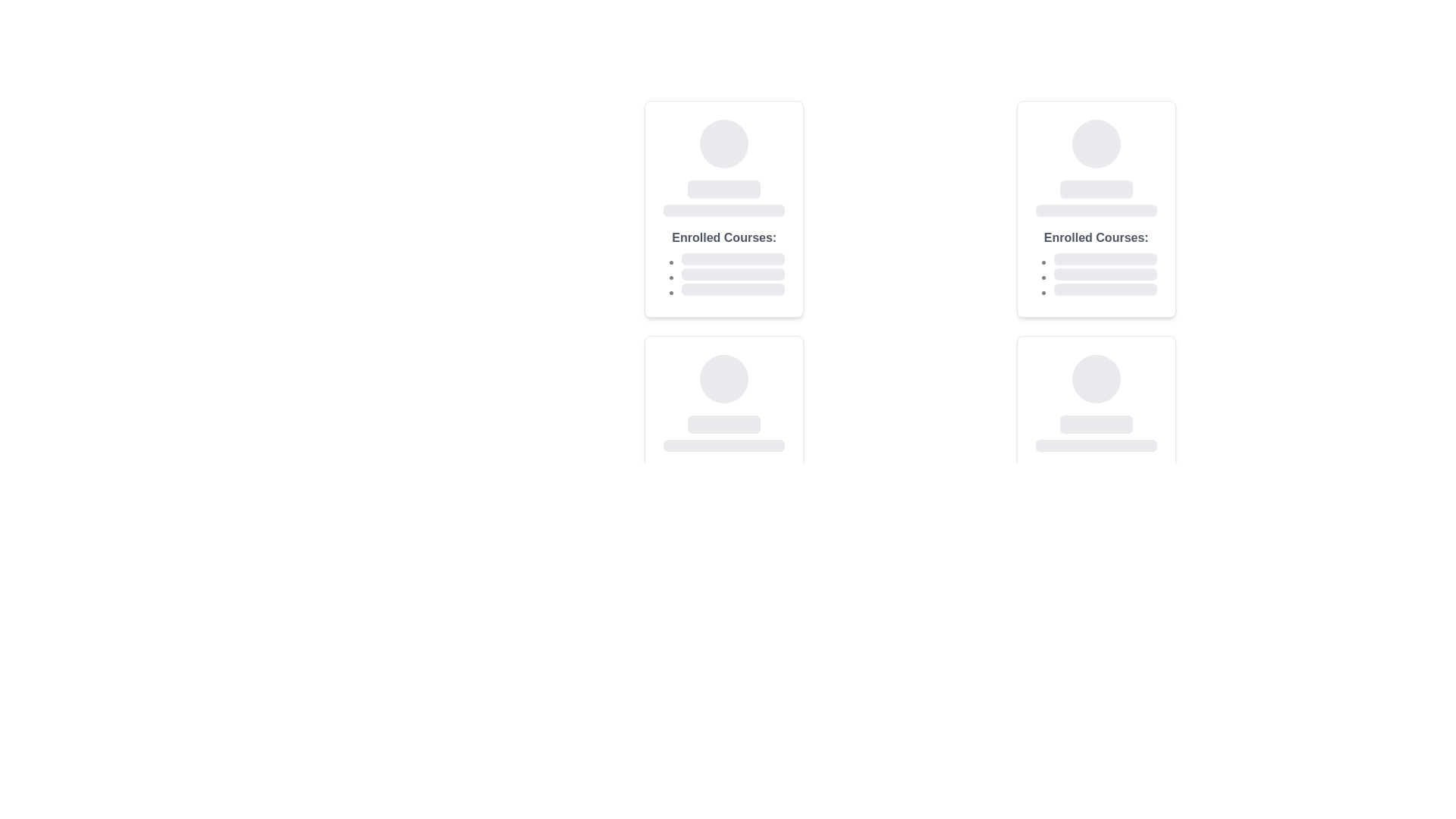 The width and height of the screenshot is (1456, 819). What do you see at coordinates (723, 444) in the screenshot?
I see `the Placeholder UI element located` at bounding box center [723, 444].